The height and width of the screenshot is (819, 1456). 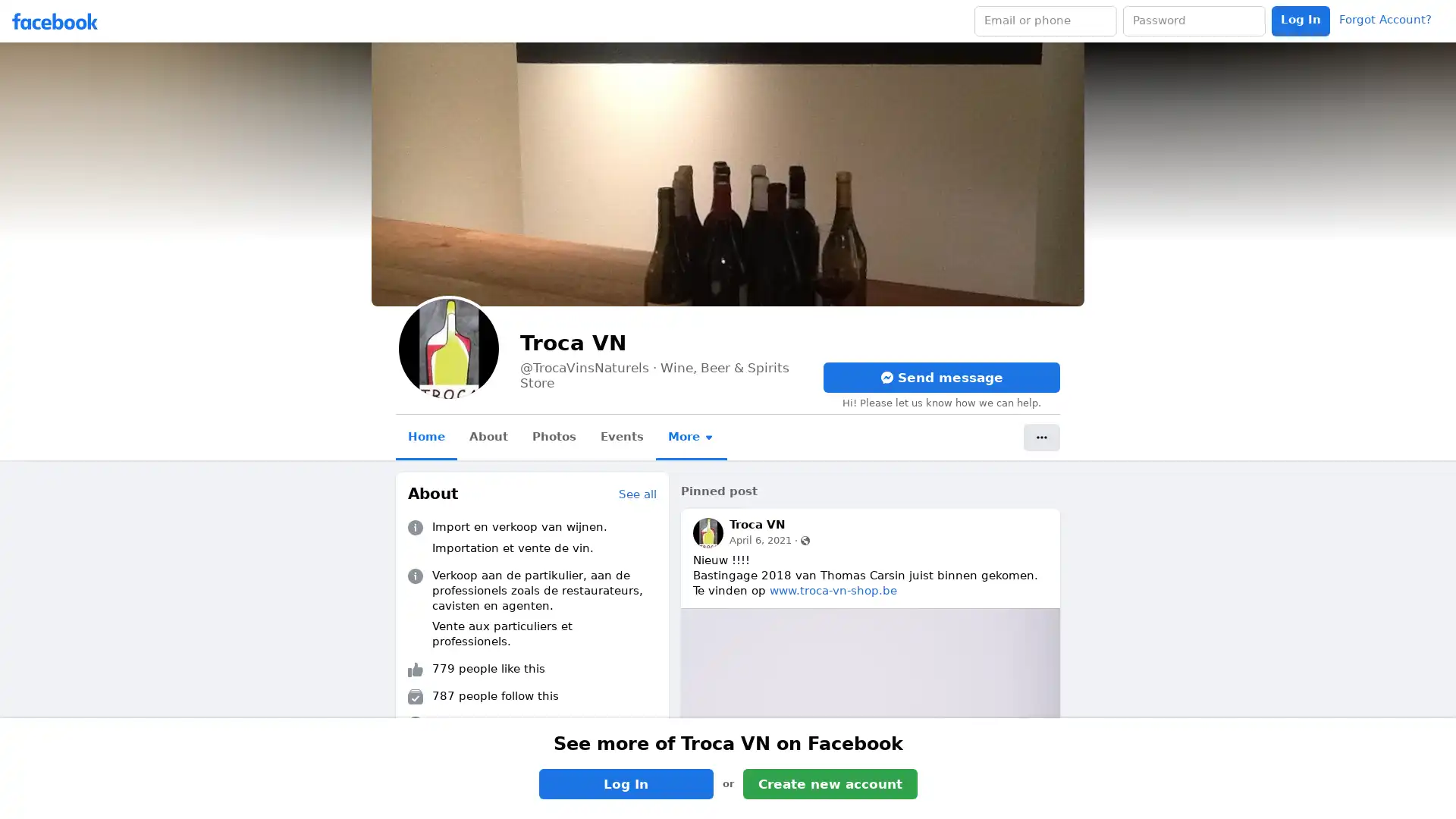 What do you see at coordinates (882, 452) in the screenshot?
I see `OK` at bounding box center [882, 452].